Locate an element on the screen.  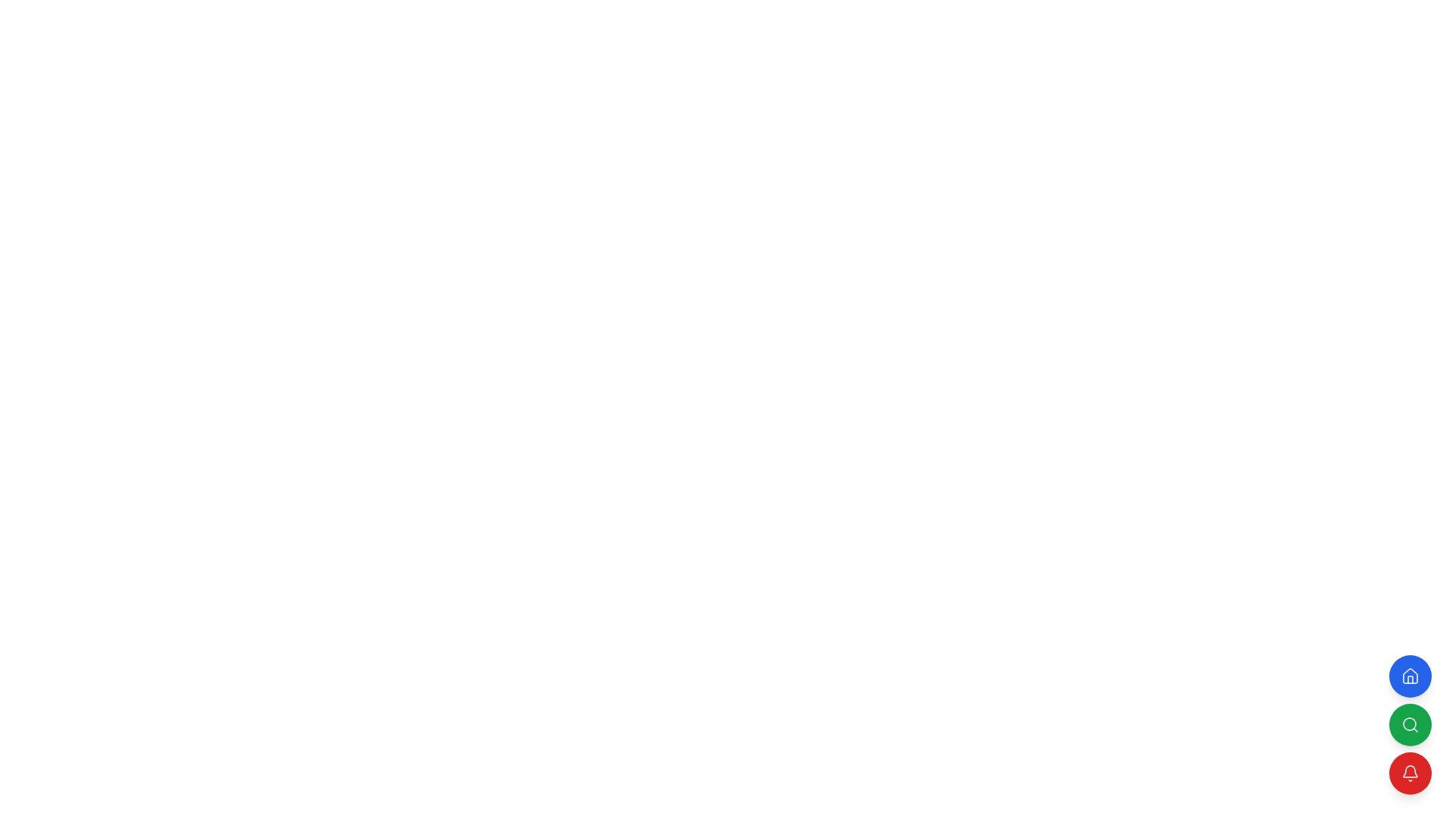
the middle button in the vertical group located at the bottom-right of the interface is located at coordinates (1410, 724).